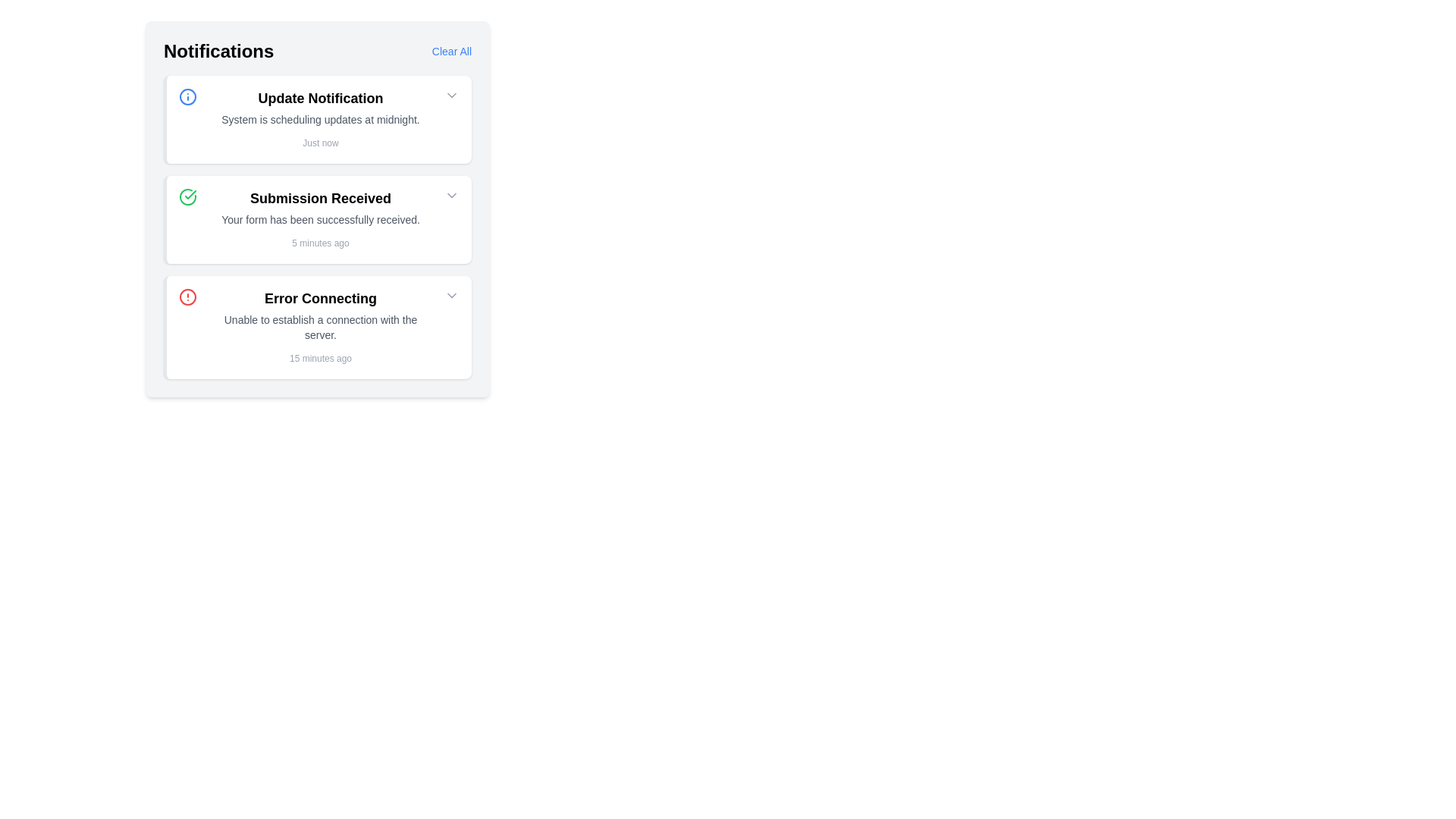  What do you see at coordinates (450, 51) in the screenshot?
I see `the hyperlink in the top-right corner of the notifications section to clear all notifications` at bounding box center [450, 51].